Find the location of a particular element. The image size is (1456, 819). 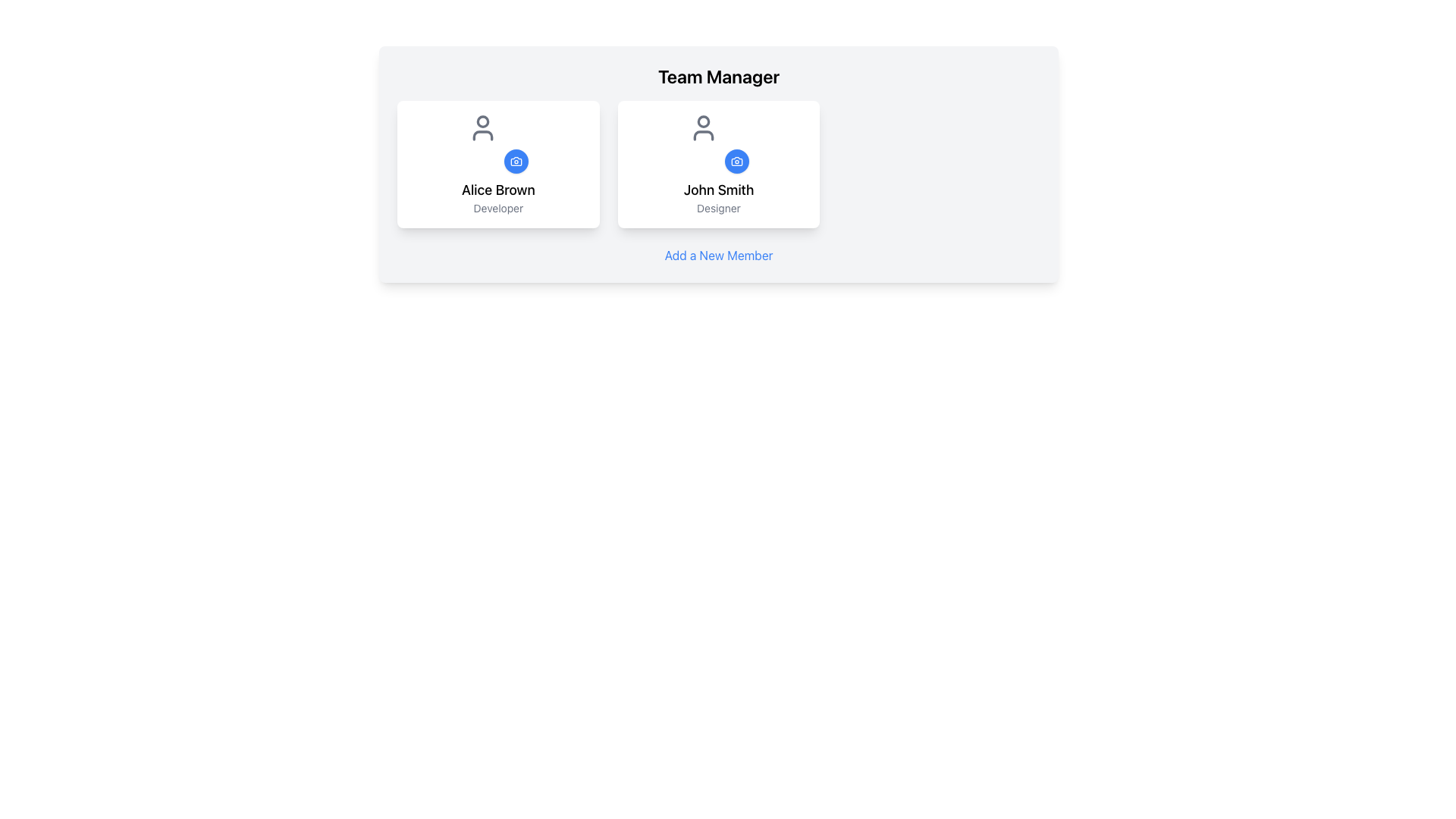

the circular blue button with a white camera icon located at the bottom-right corner of the card titled 'Alice Brown' to upload an image is located at coordinates (498, 143).